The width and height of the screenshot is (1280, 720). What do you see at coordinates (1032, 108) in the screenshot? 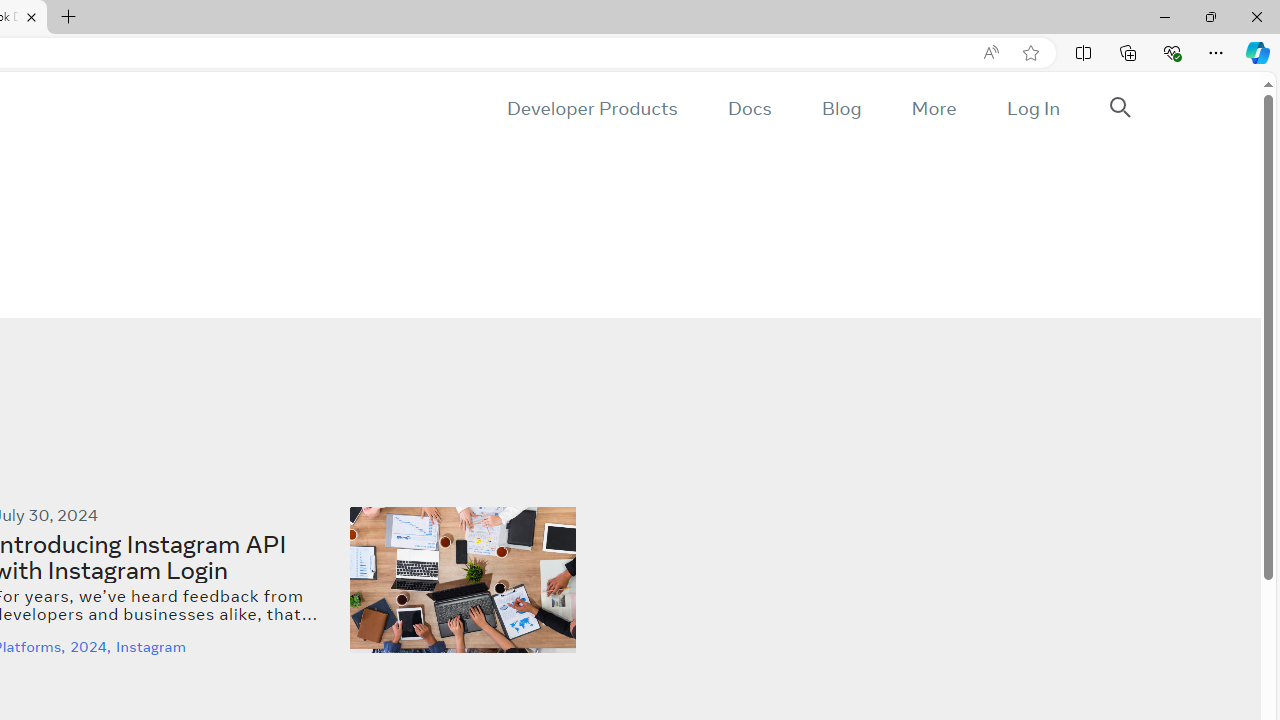
I see `'Log In'` at bounding box center [1032, 108].